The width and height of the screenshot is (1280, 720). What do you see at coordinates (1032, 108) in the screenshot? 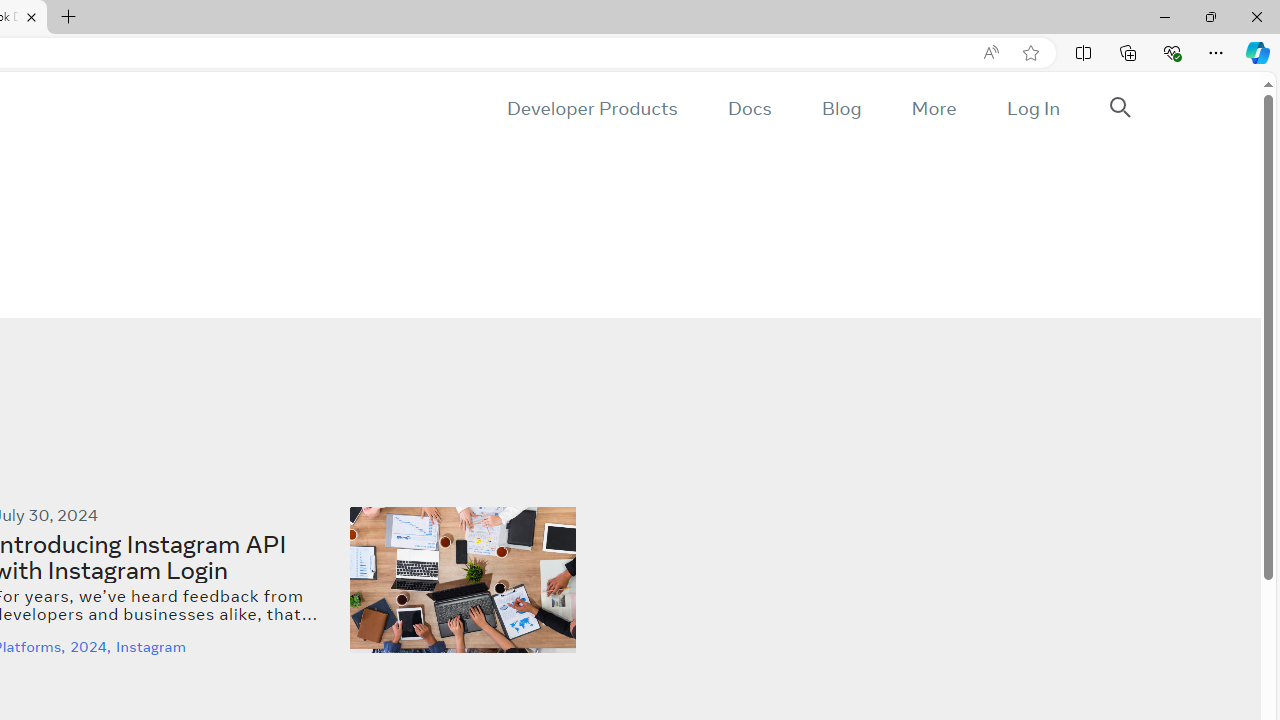
I see `'Log In'` at bounding box center [1032, 108].